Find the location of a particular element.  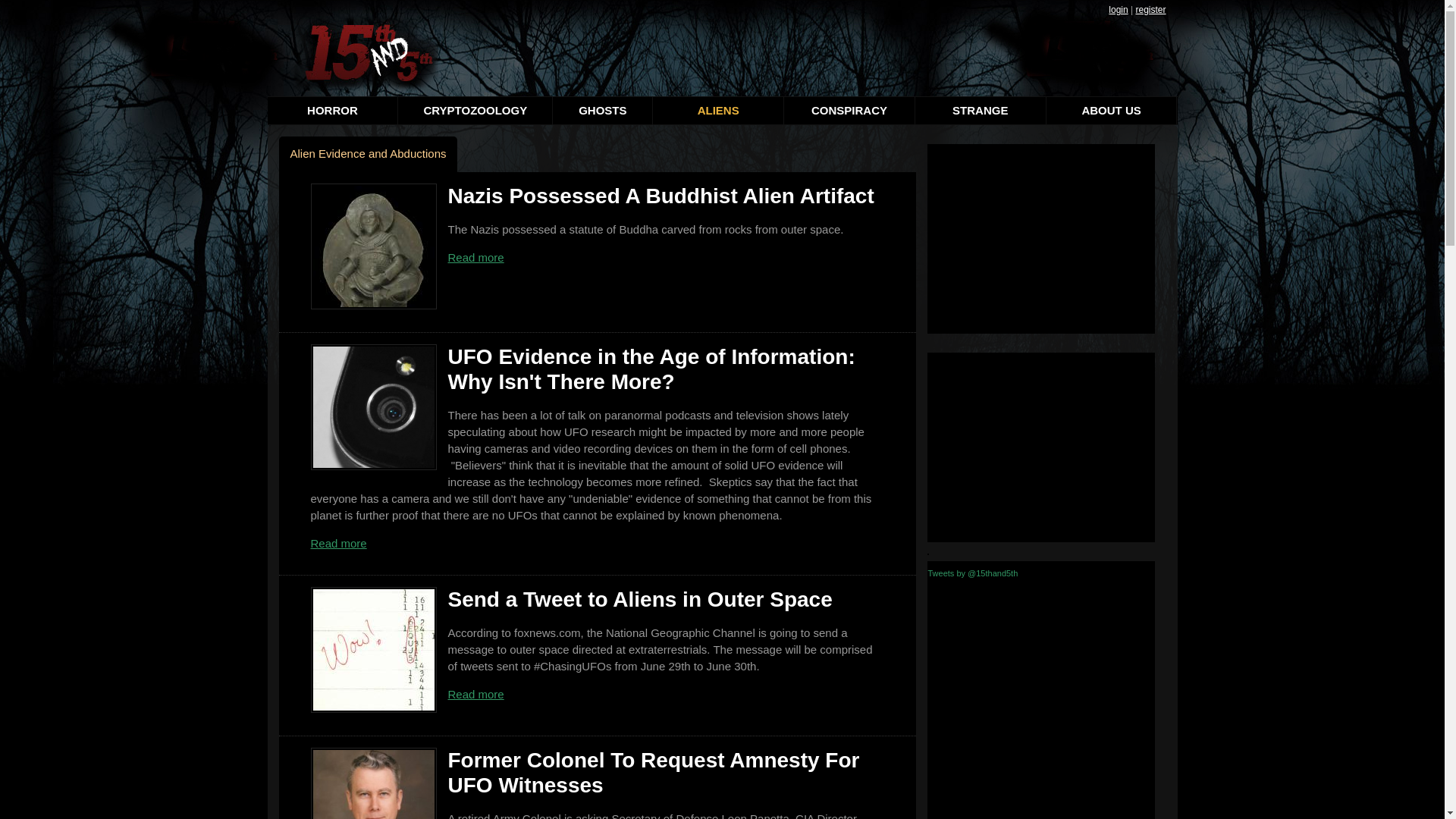

'CONSPIRACY' is located at coordinates (849, 110).